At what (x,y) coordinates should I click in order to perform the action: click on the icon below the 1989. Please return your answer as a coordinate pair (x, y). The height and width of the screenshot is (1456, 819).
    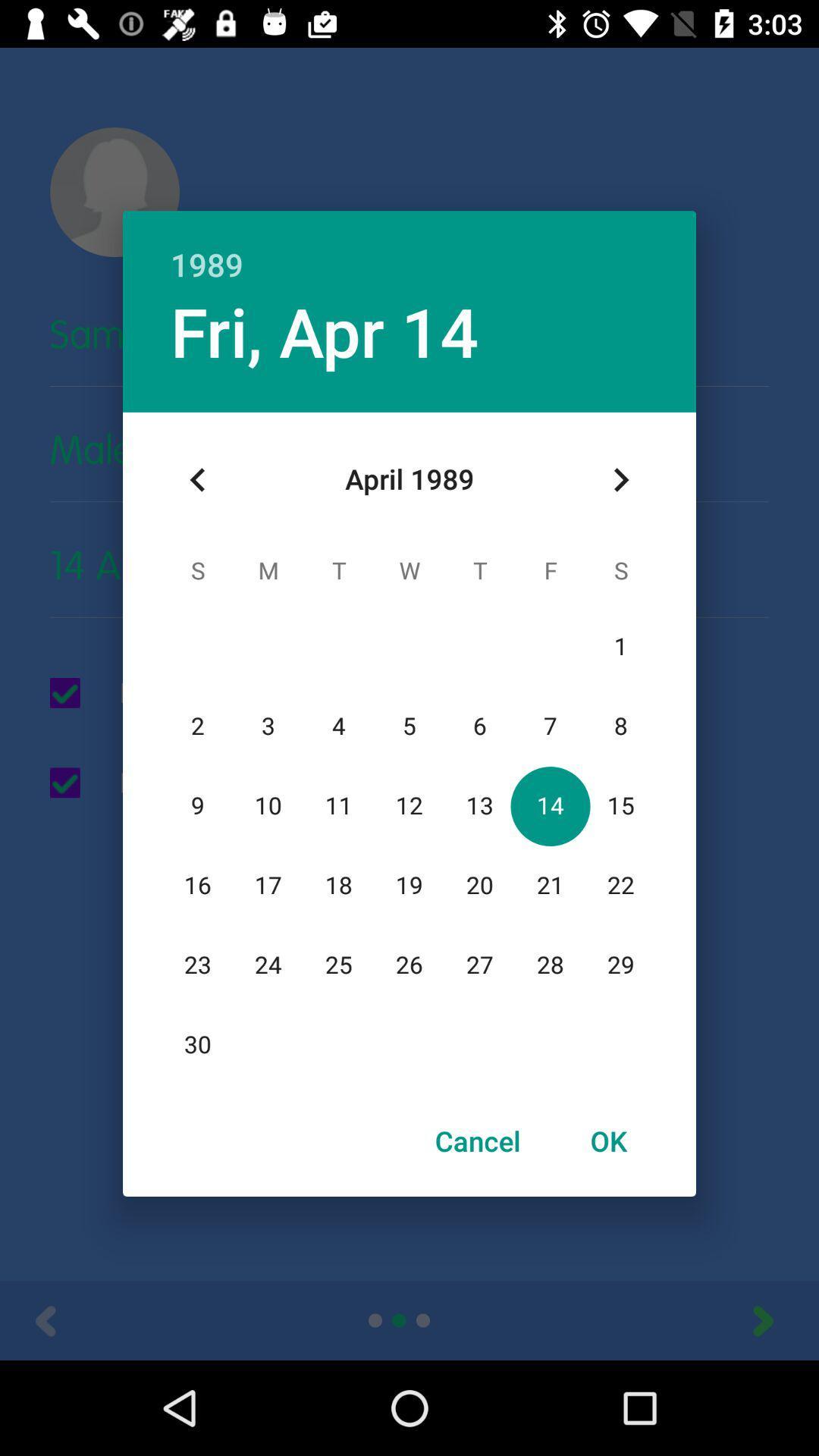
    Looking at the image, I should click on (324, 330).